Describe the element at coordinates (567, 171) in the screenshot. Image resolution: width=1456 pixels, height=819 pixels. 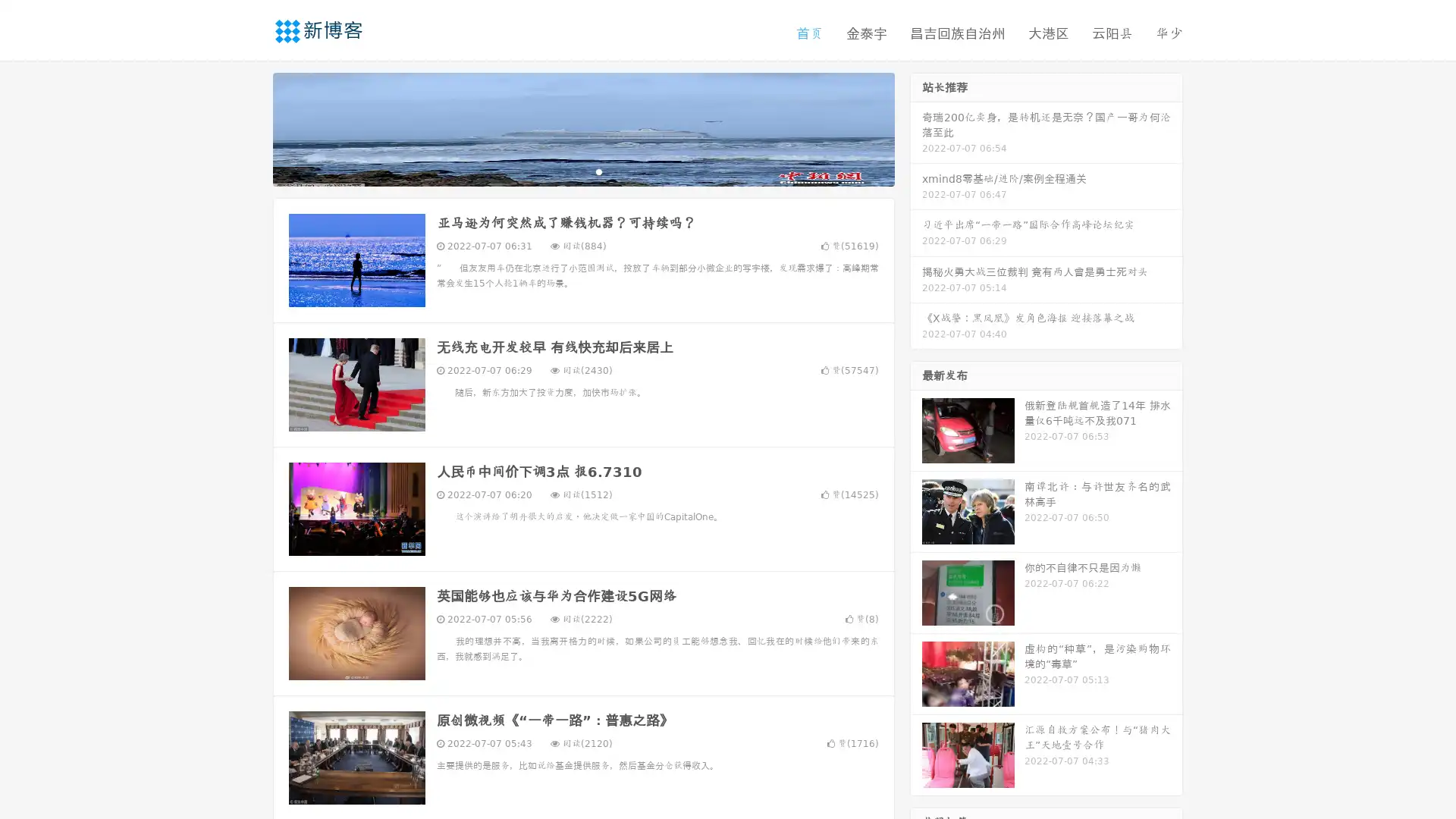
I see `Go to slide 1` at that location.